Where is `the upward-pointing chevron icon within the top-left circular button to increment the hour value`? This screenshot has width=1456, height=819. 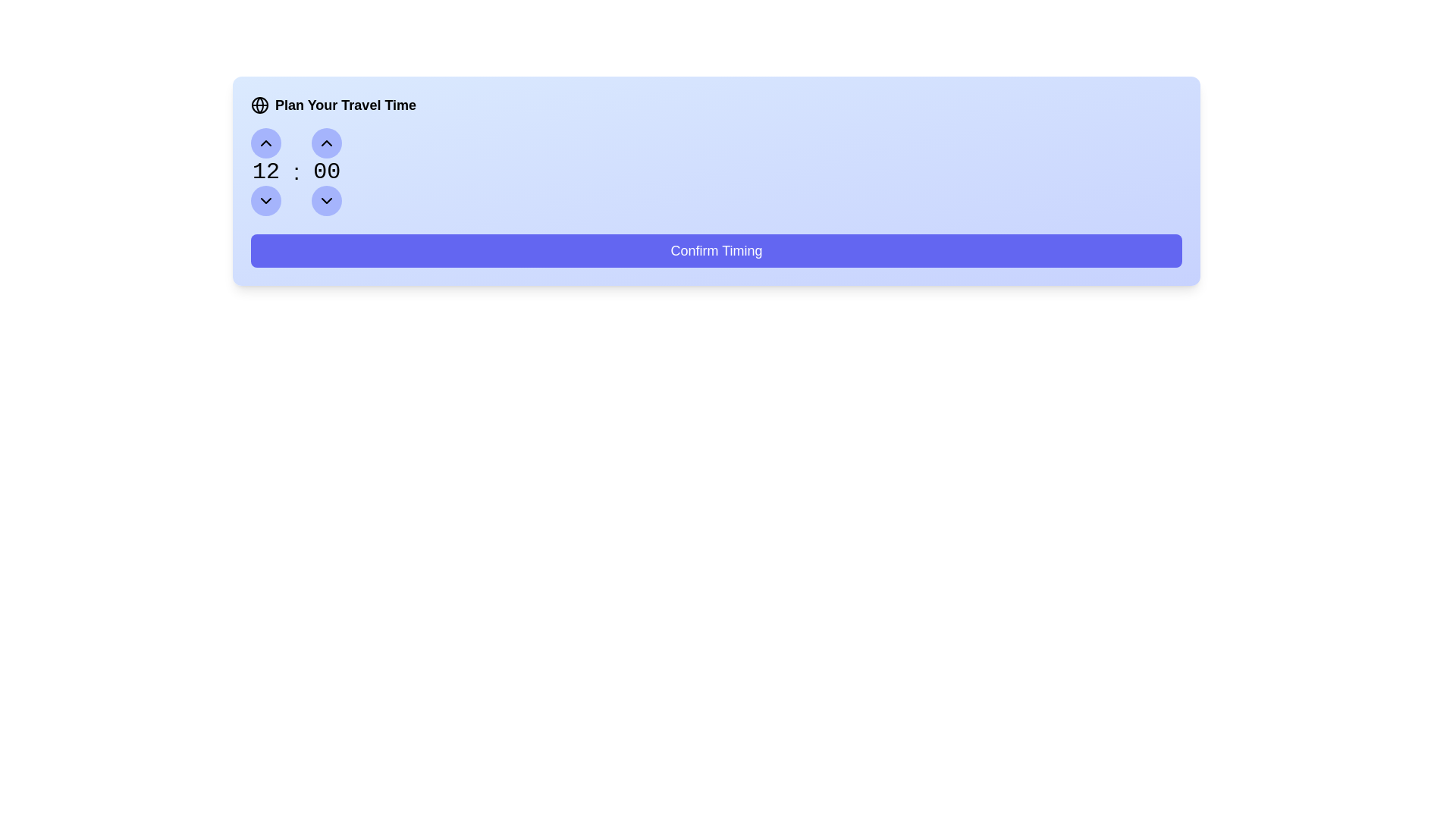
the upward-pointing chevron icon within the top-left circular button to increment the hour value is located at coordinates (265, 143).